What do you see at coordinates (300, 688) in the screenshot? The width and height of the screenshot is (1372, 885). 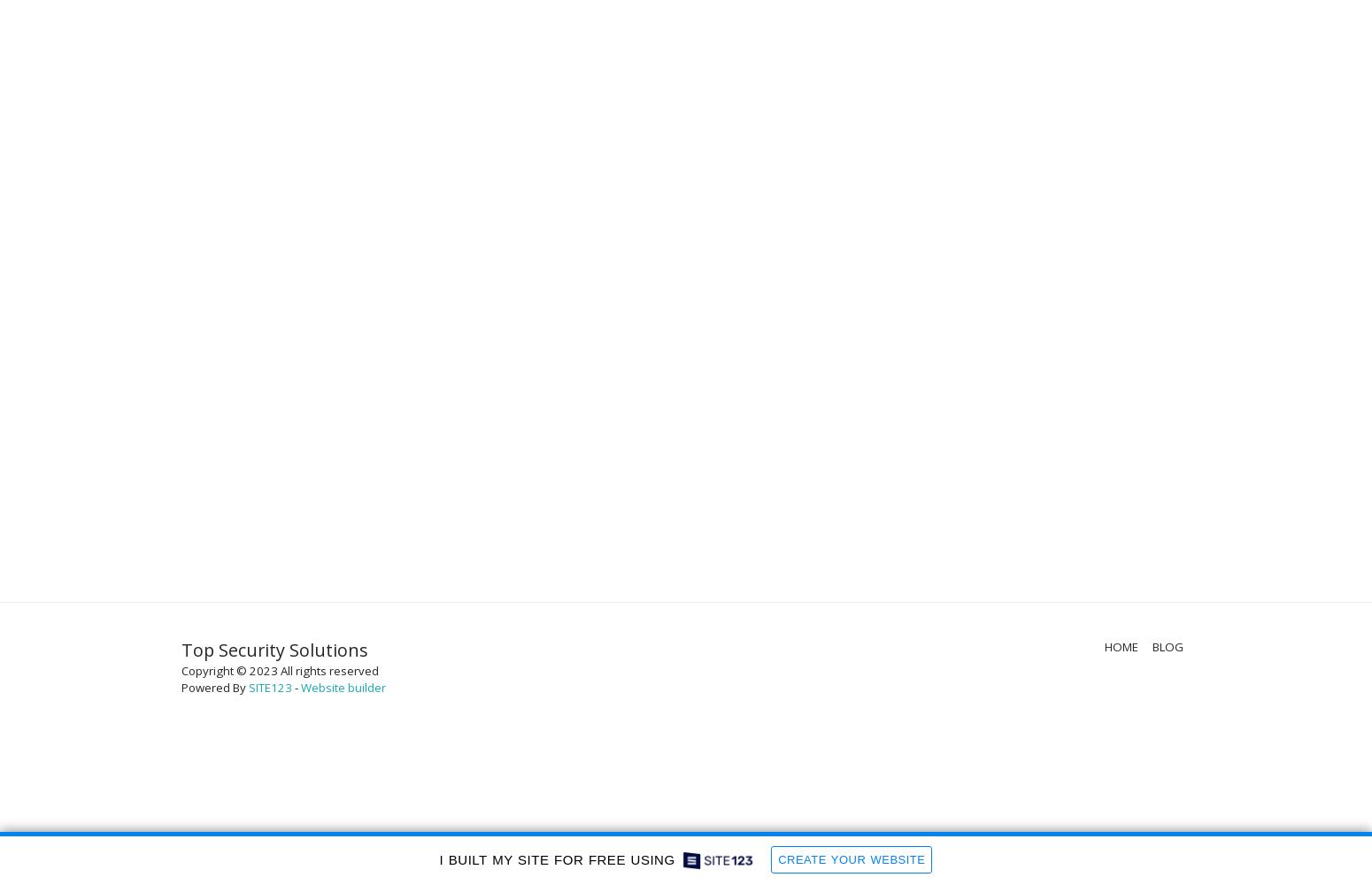 I see `'Website builder'` at bounding box center [300, 688].